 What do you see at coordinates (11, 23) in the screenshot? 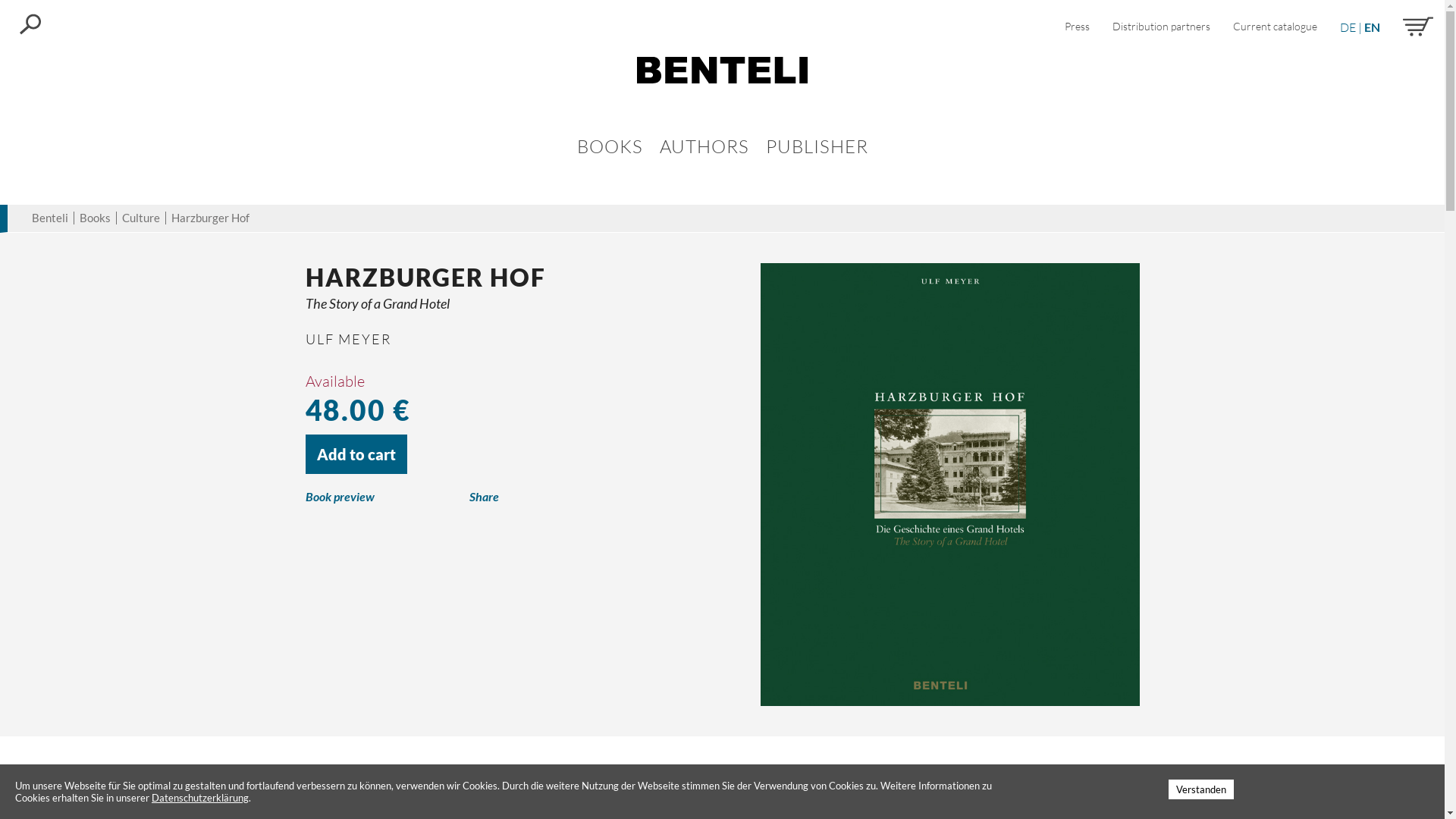
I see `'Search'` at bounding box center [11, 23].